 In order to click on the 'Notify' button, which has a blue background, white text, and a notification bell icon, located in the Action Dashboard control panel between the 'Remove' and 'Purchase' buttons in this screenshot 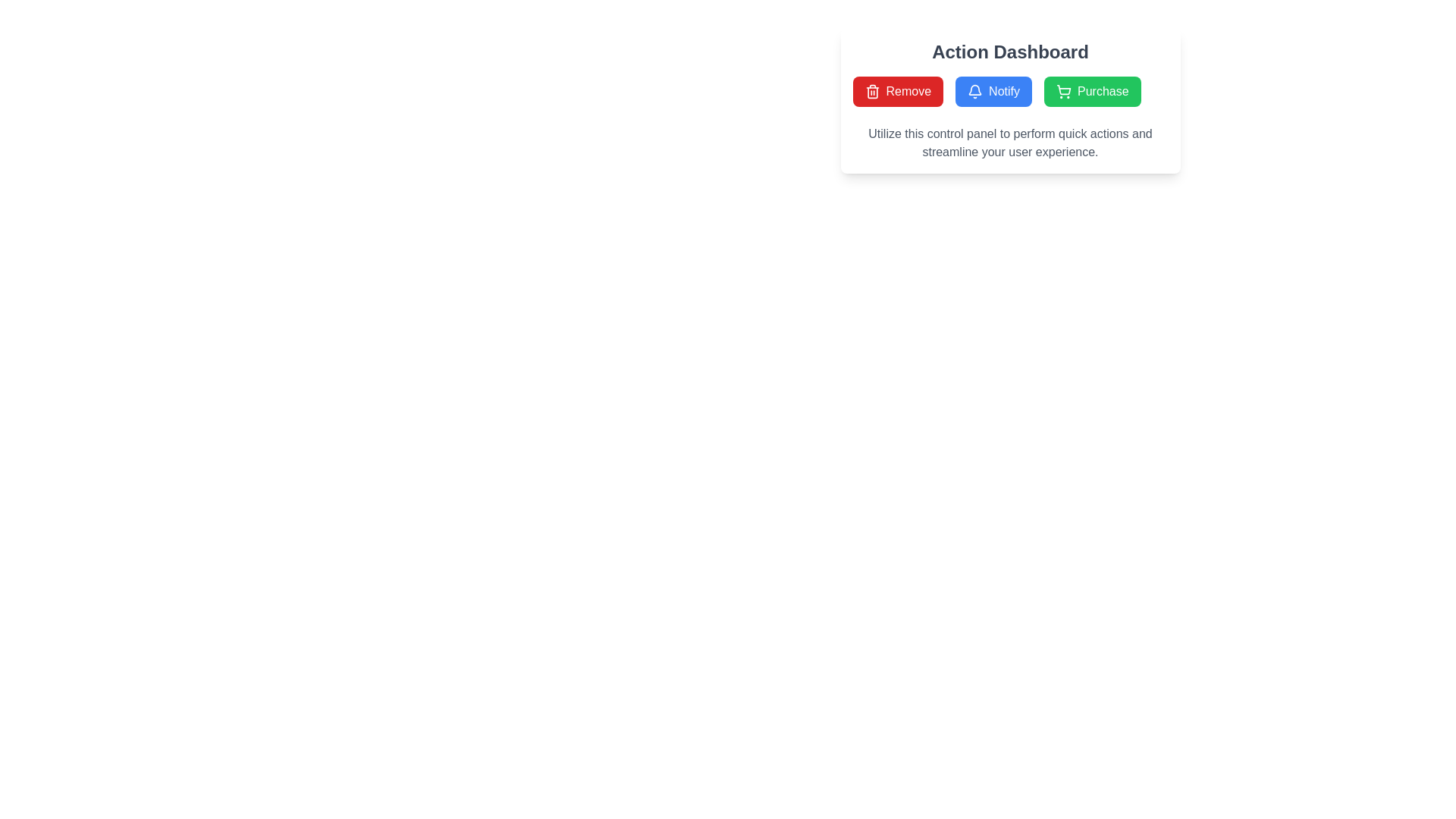, I will do `click(1010, 91)`.